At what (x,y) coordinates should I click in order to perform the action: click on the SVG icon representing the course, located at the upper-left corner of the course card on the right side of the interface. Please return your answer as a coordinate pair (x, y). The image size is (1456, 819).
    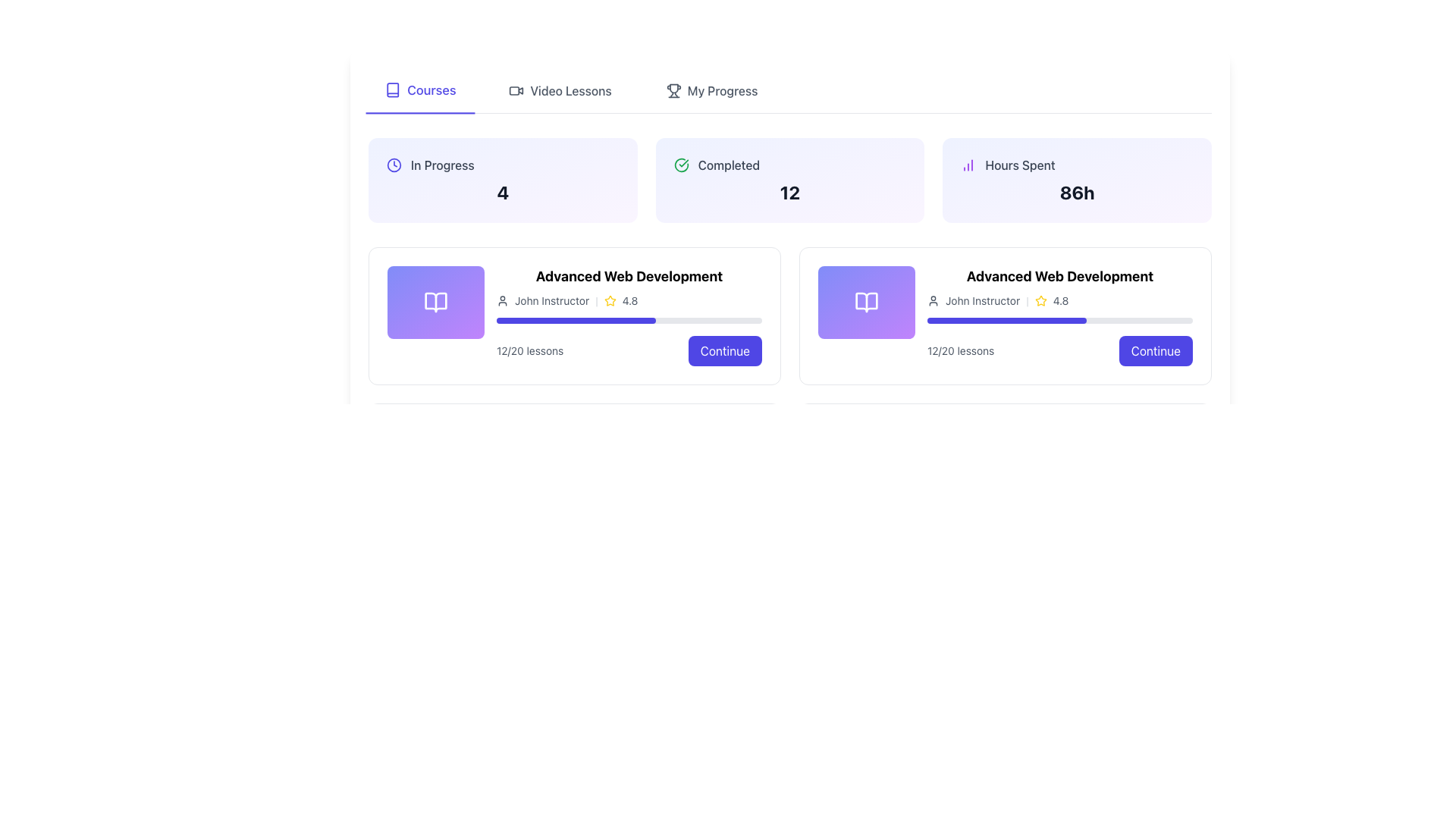
    Looking at the image, I should click on (866, 302).